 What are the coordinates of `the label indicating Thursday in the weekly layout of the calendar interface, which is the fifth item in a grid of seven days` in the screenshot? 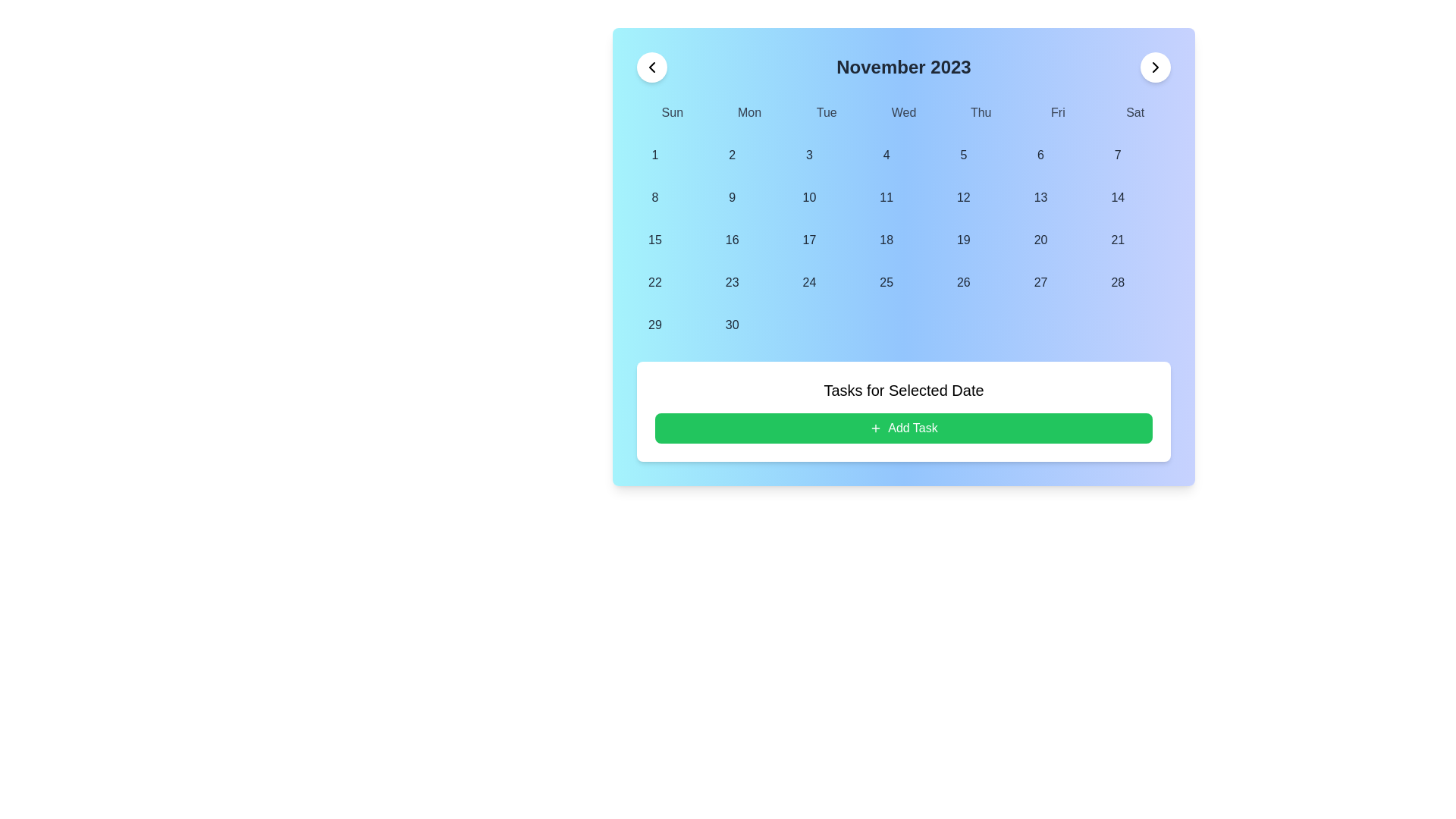 It's located at (981, 112).